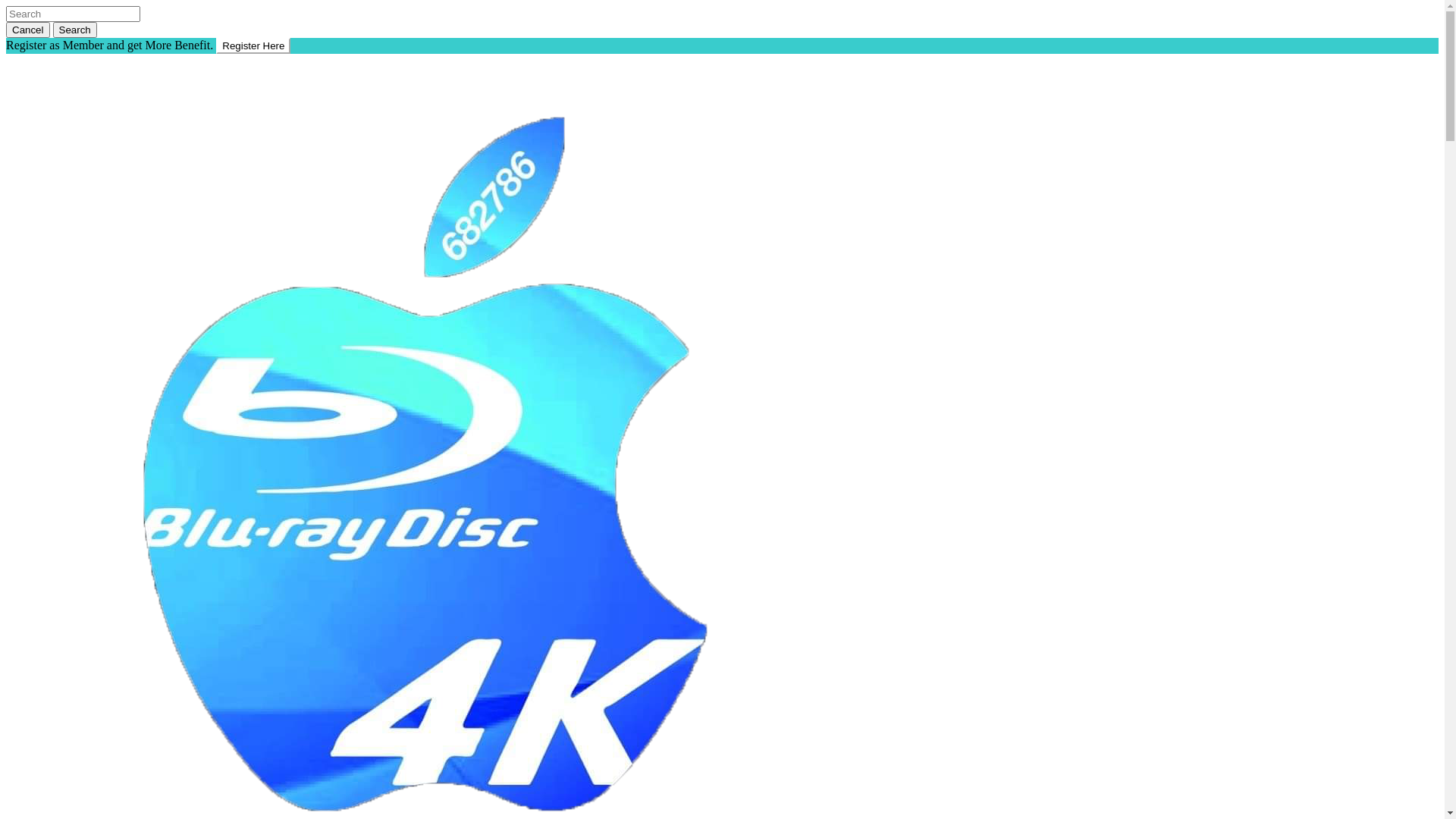 The height and width of the screenshot is (819, 1456). Describe the element at coordinates (28, 30) in the screenshot. I see `'Cancel'` at that location.